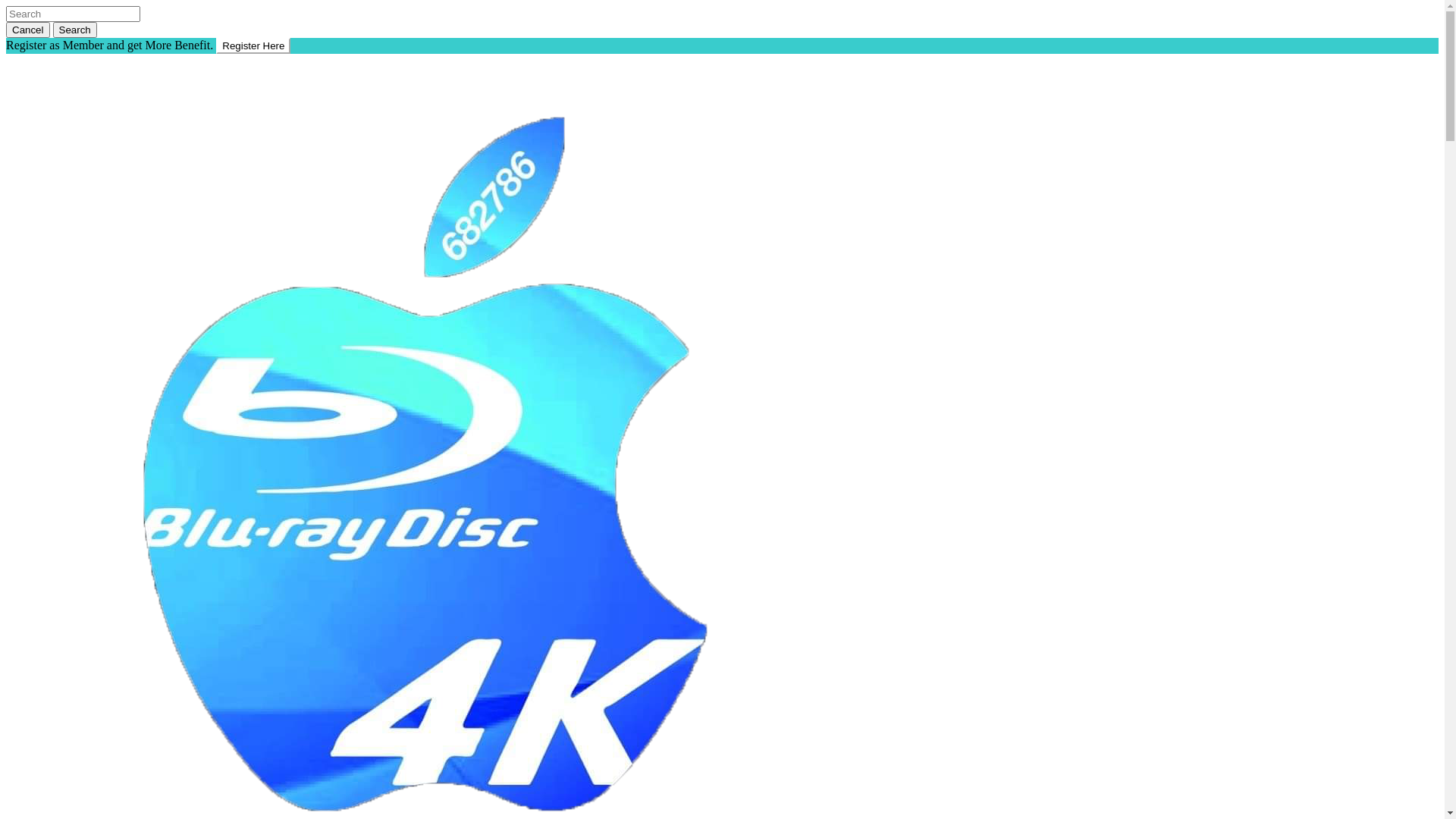 The height and width of the screenshot is (819, 1456). Describe the element at coordinates (28, 30) in the screenshot. I see `'Cancel'` at that location.